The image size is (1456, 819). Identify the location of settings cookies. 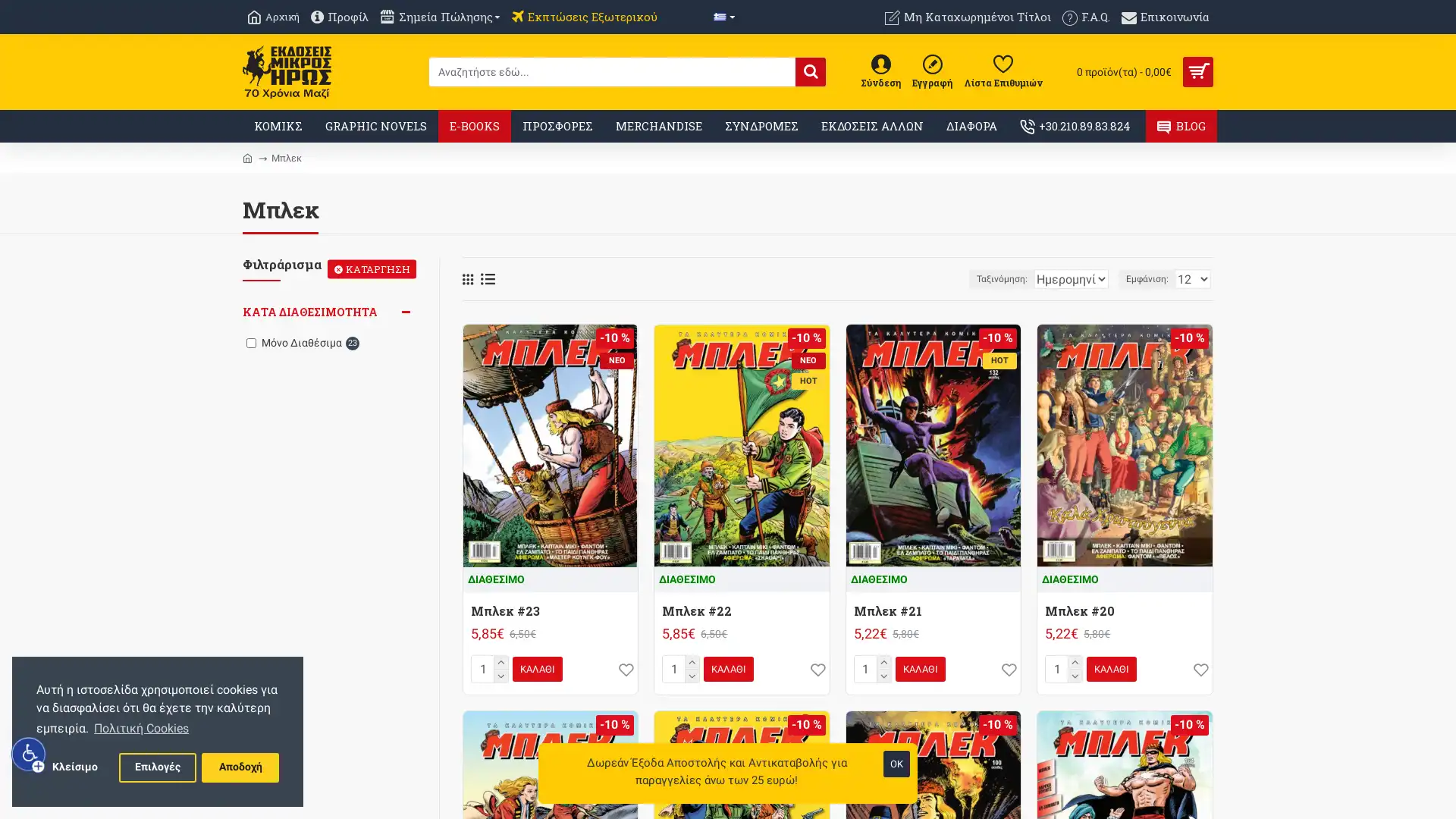
(157, 767).